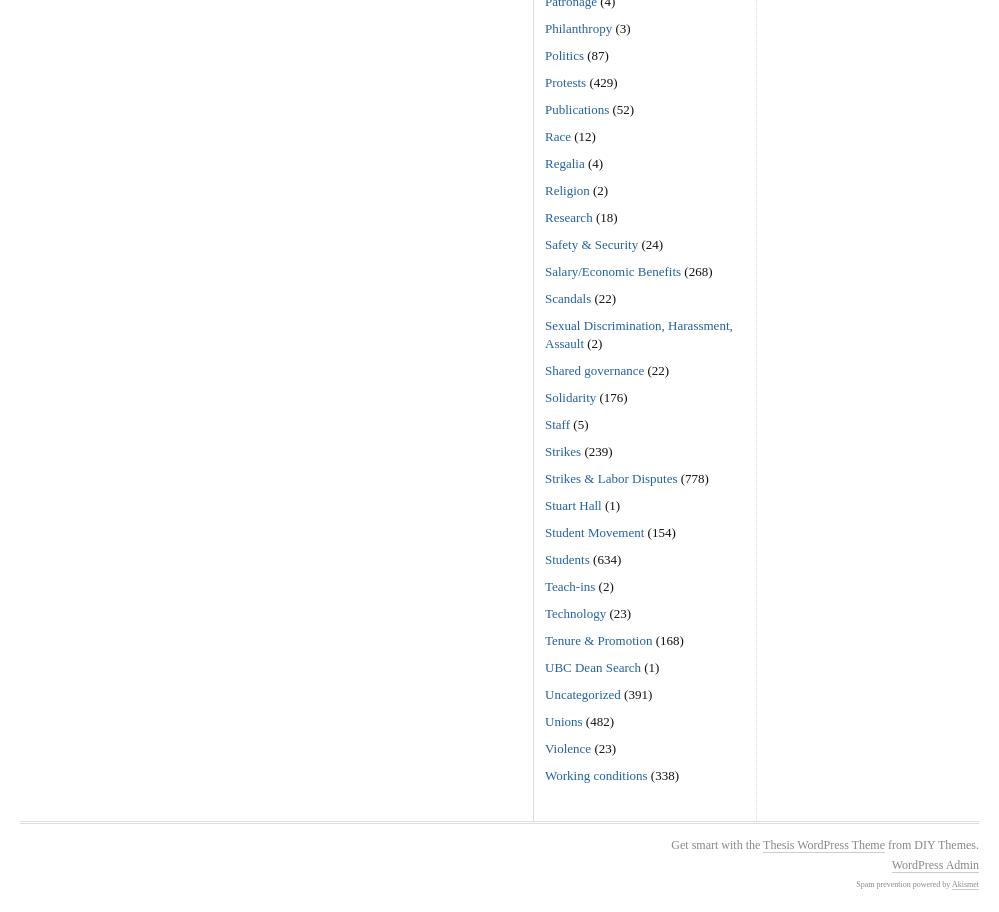  What do you see at coordinates (823, 843) in the screenshot?
I see `'Thesis WordPress Theme'` at bounding box center [823, 843].